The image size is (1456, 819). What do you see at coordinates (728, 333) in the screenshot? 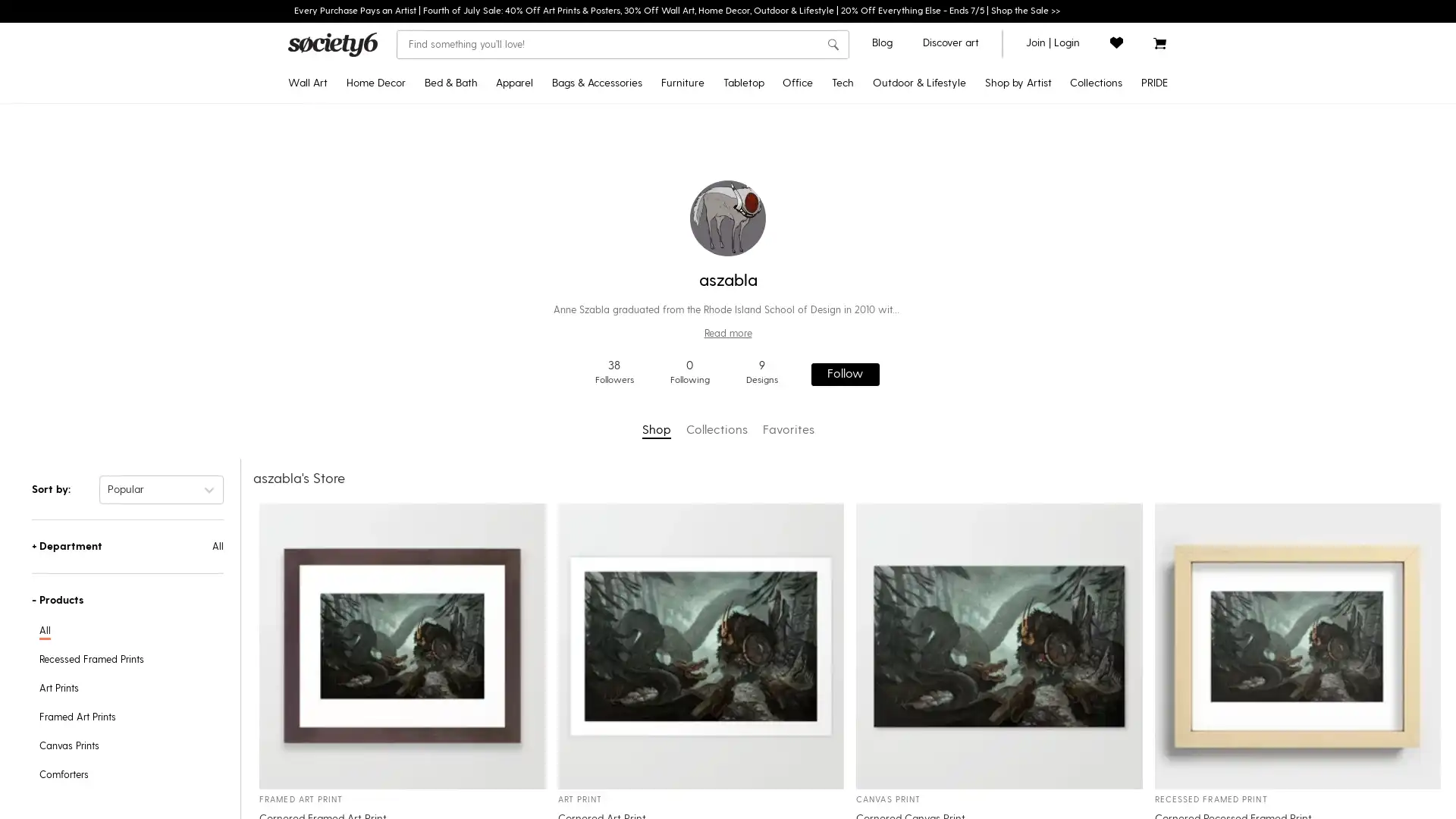
I see `Read more` at bounding box center [728, 333].